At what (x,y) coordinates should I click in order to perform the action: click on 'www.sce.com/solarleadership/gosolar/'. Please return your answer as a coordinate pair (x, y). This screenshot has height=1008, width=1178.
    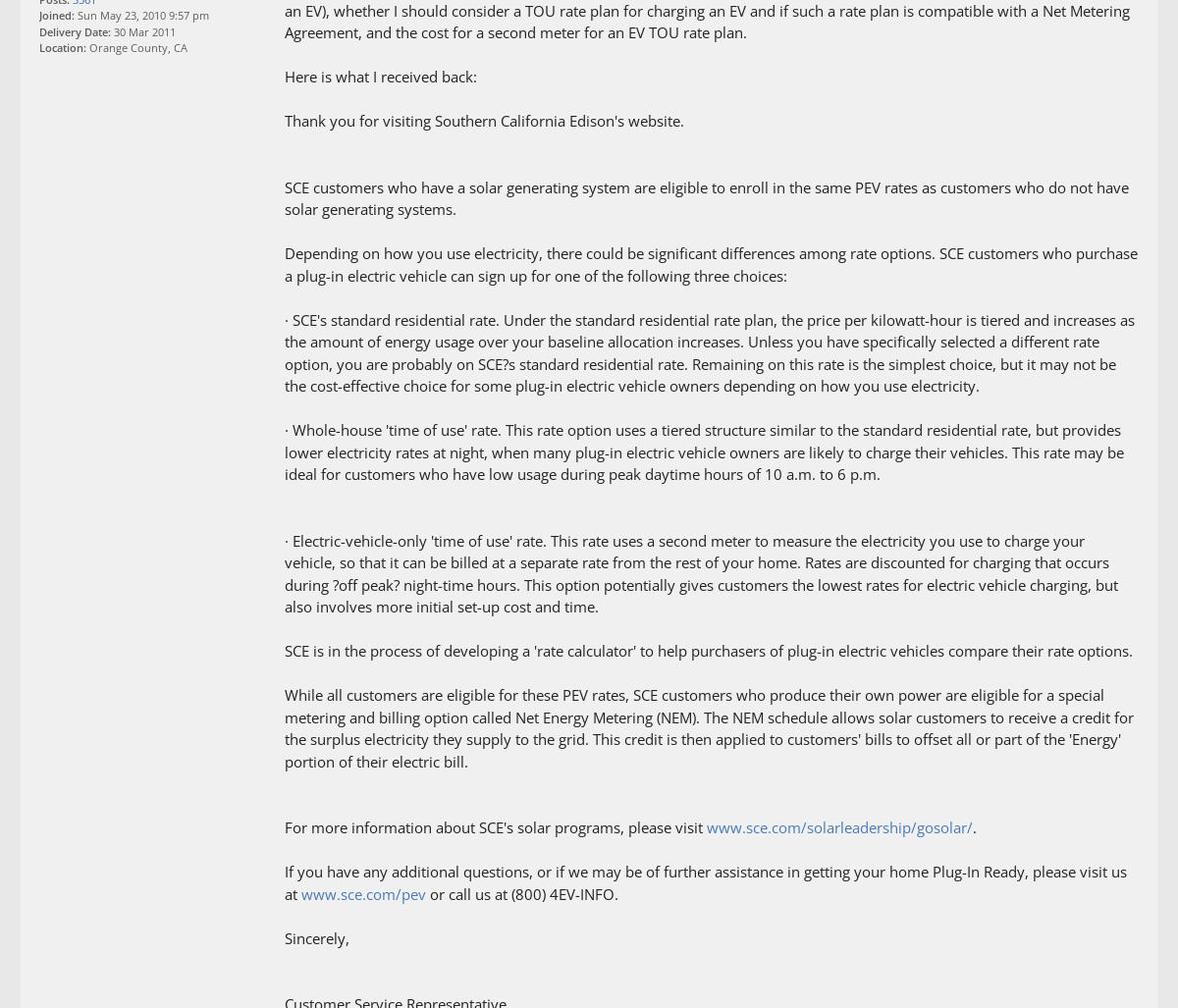
    Looking at the image, I should click on (838, 826).